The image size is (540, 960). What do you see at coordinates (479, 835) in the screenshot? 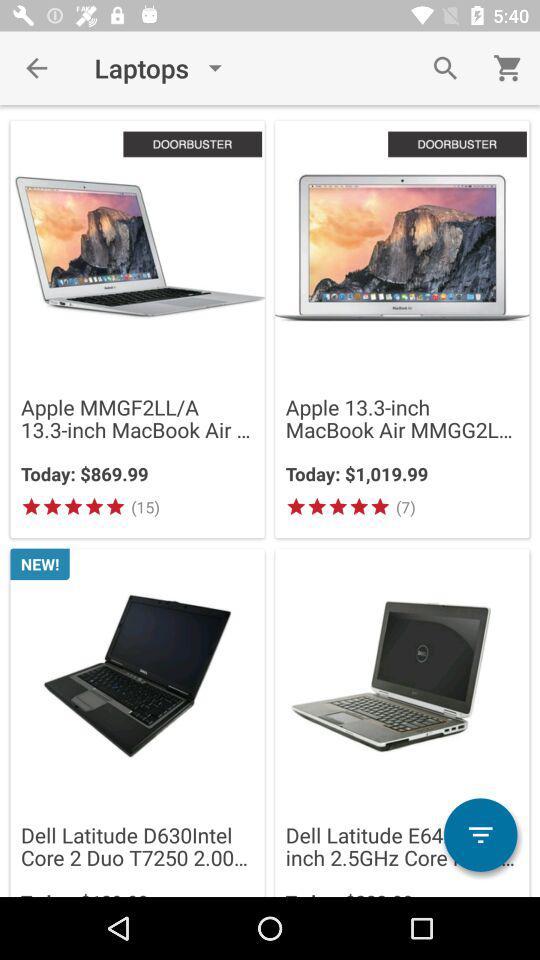
I see `the blue button which is at the right bottom of the page` at bounding box center [479, 835].